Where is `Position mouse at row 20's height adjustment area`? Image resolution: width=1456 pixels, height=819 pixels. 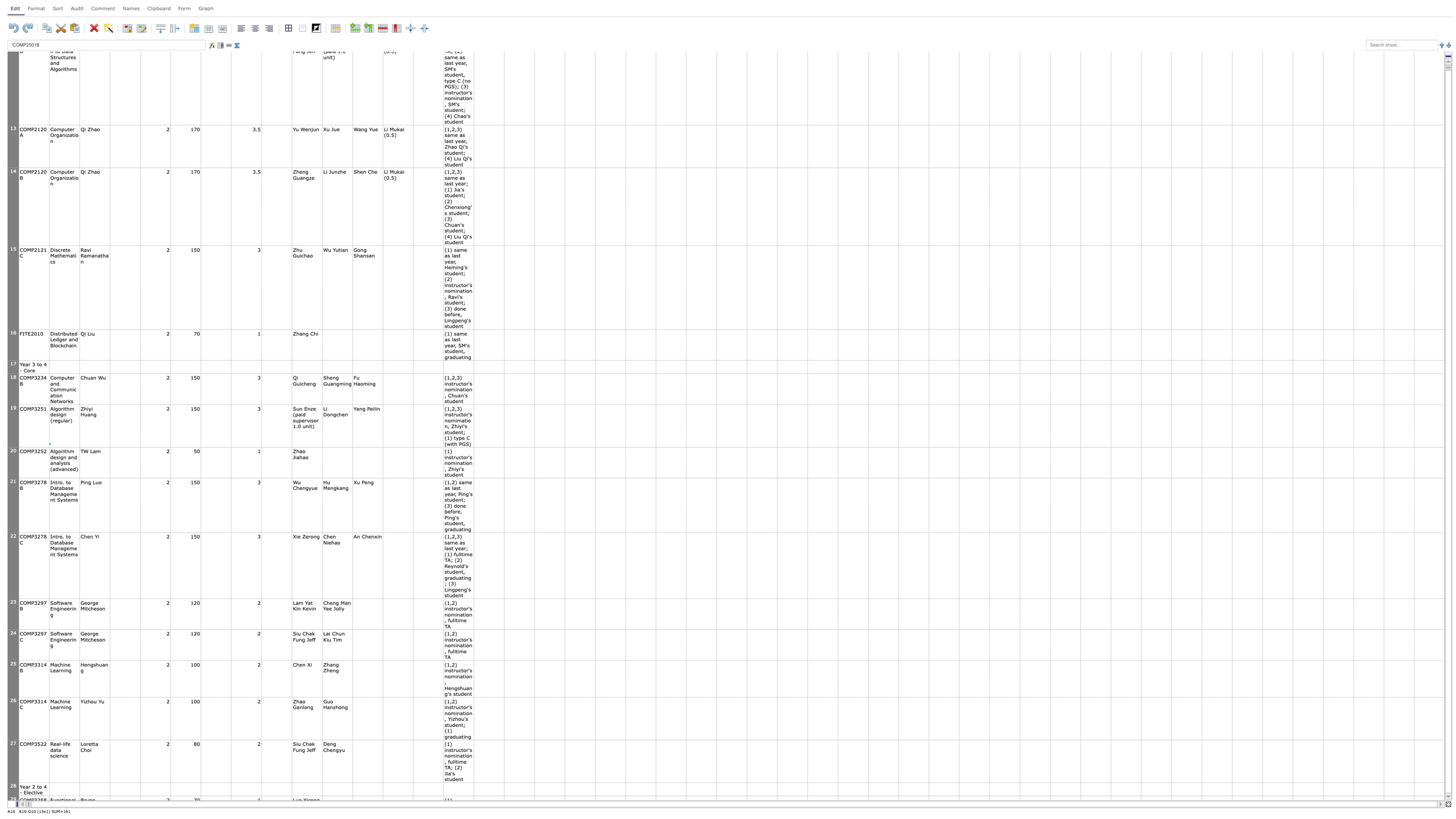
Position mouse at row 20's height adjustment area is located at coordinates (13, 478).